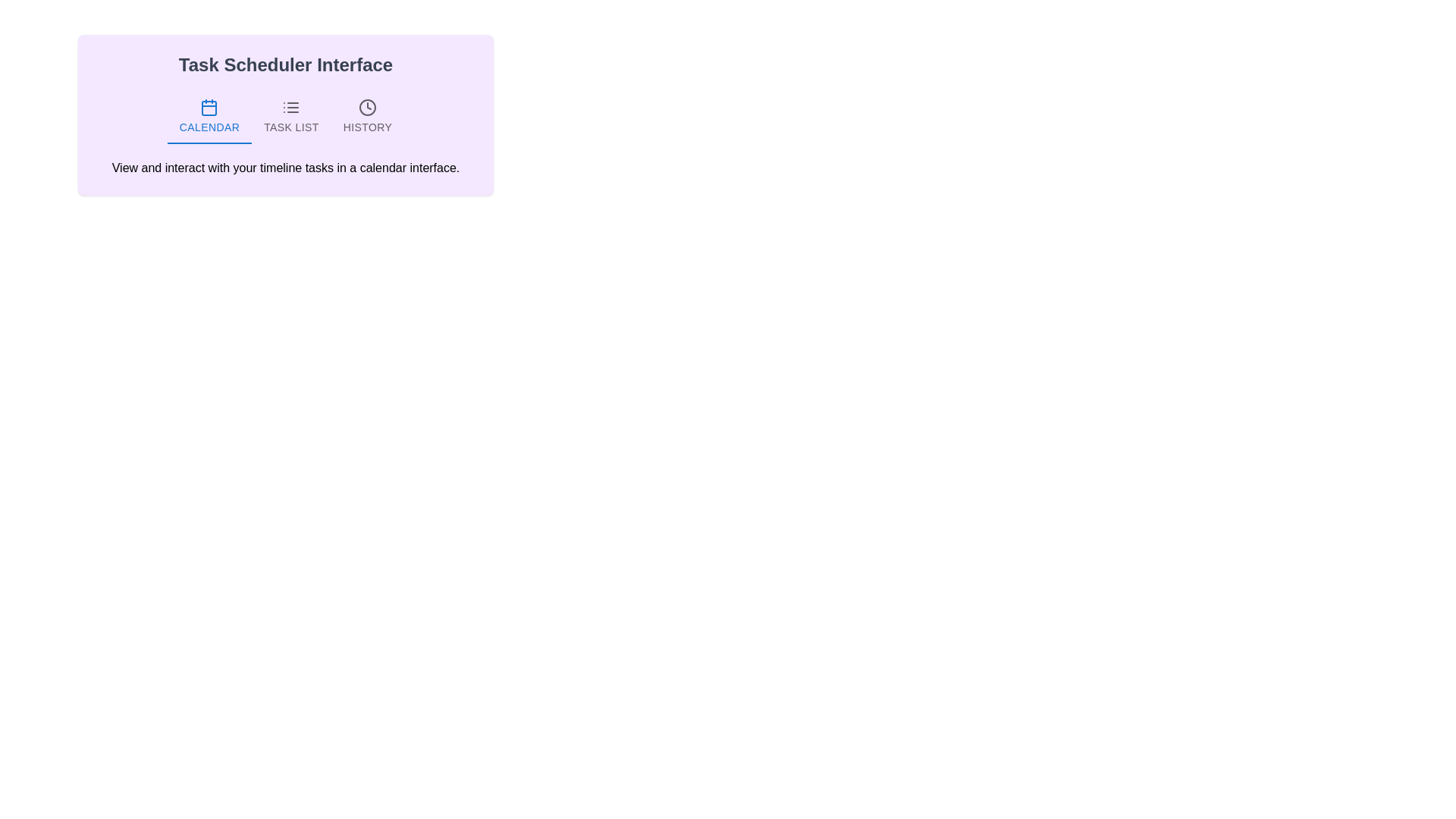 The height and width of the screenshot is (819, 1456). I want to click on the rounded rectangle graphical background of the calendar icon, which is the leftmost icon in the tab bar beneath the 'Task Scheduler Interface' heading, so click(209, 108).